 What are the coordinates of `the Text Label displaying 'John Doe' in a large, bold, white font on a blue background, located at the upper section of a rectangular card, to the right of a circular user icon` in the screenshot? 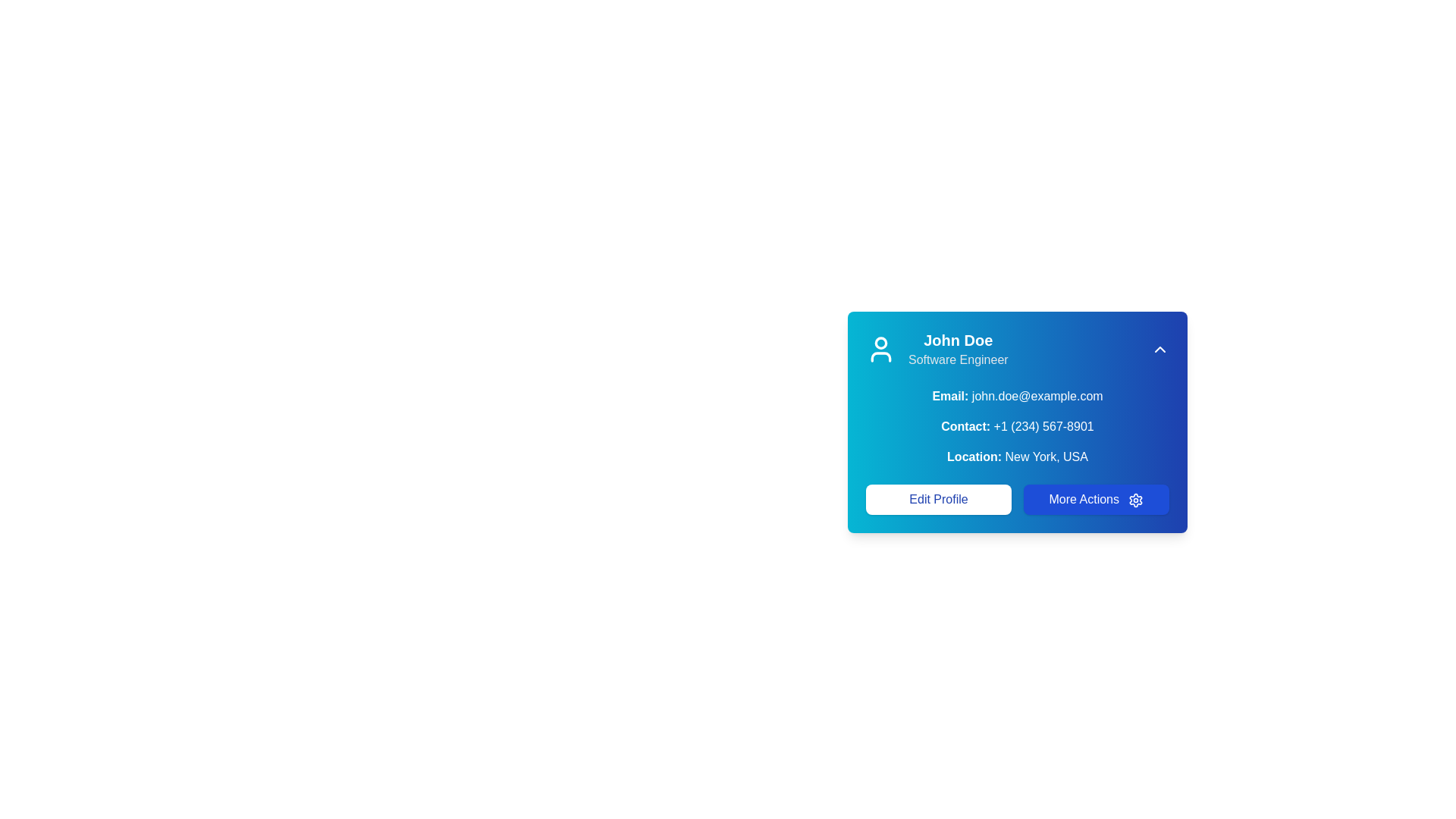 It's located at (957, 339).